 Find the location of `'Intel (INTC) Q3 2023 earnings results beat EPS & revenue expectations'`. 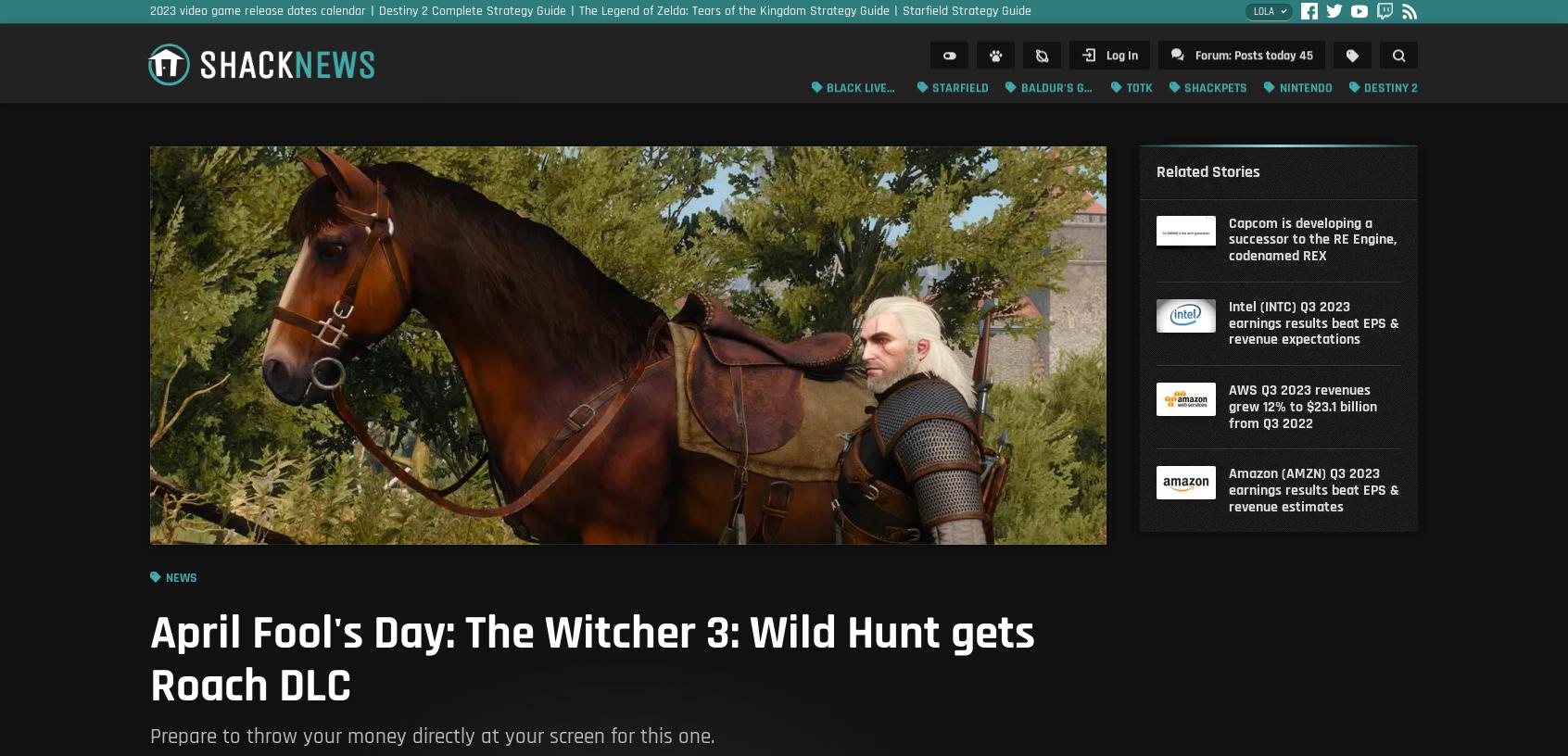

'Intel (INTC) Q3 2023 earnings results beat EPS & revenue expectations' is located at coordinates (1312, 322).